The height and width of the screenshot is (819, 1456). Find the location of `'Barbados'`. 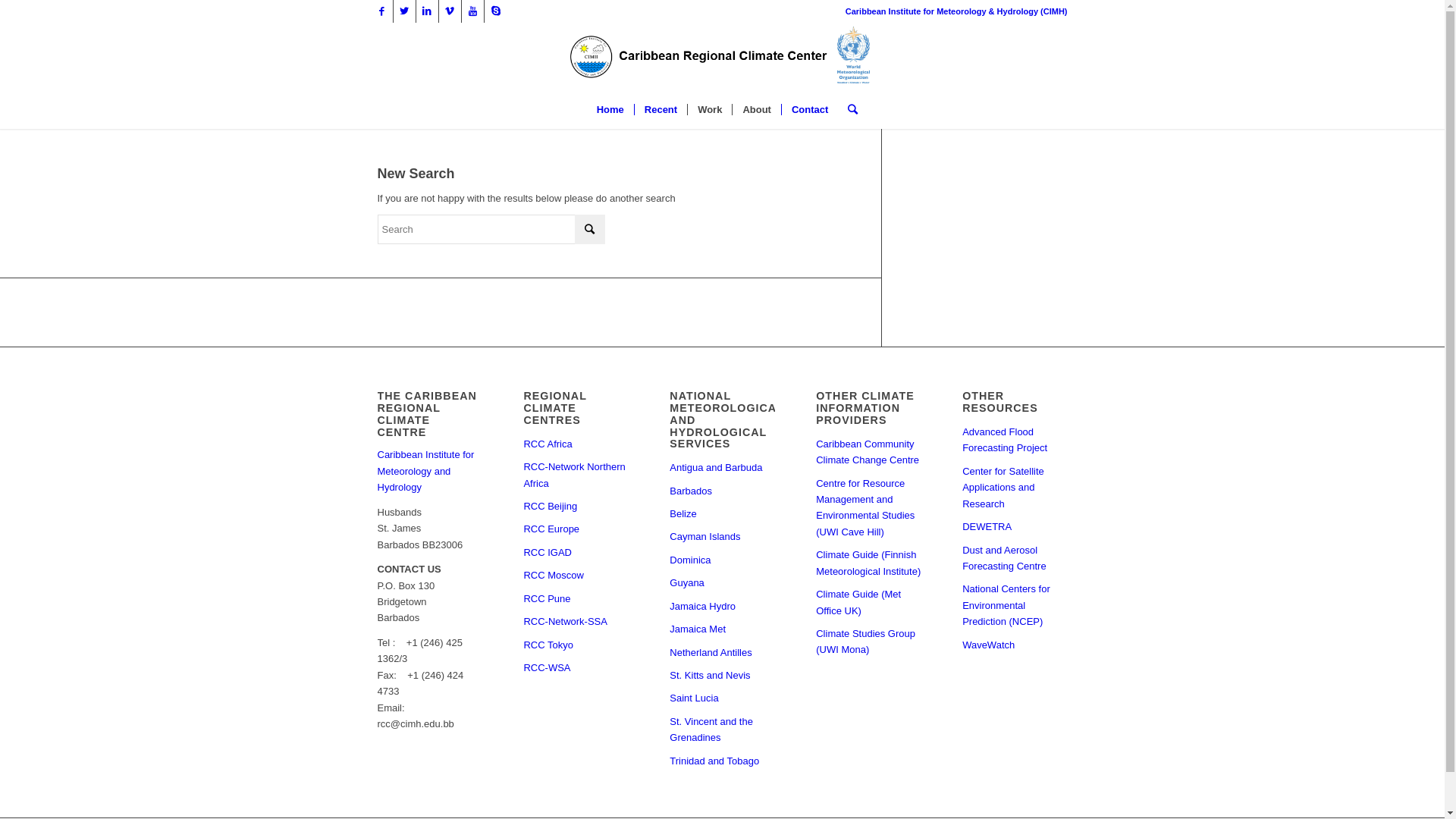

'Barbados' is located at coordinates (720, 491).